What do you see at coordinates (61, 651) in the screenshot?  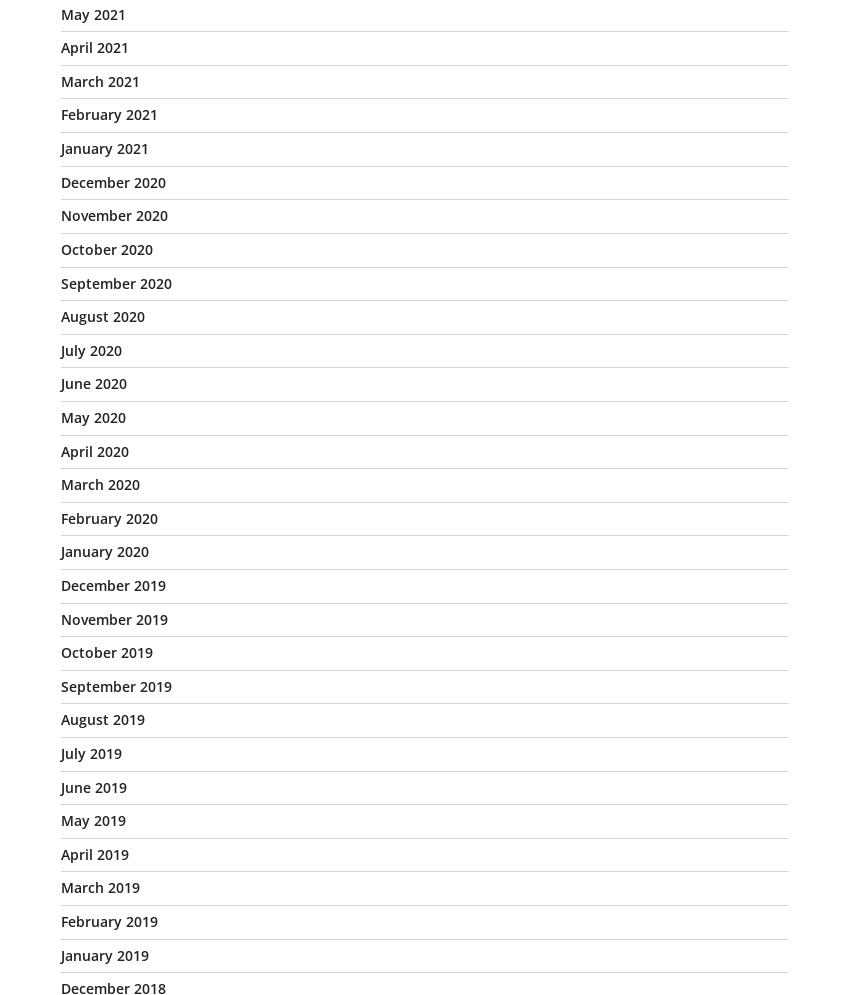 I see `'October 2019'` at bounding box center [61, 651].